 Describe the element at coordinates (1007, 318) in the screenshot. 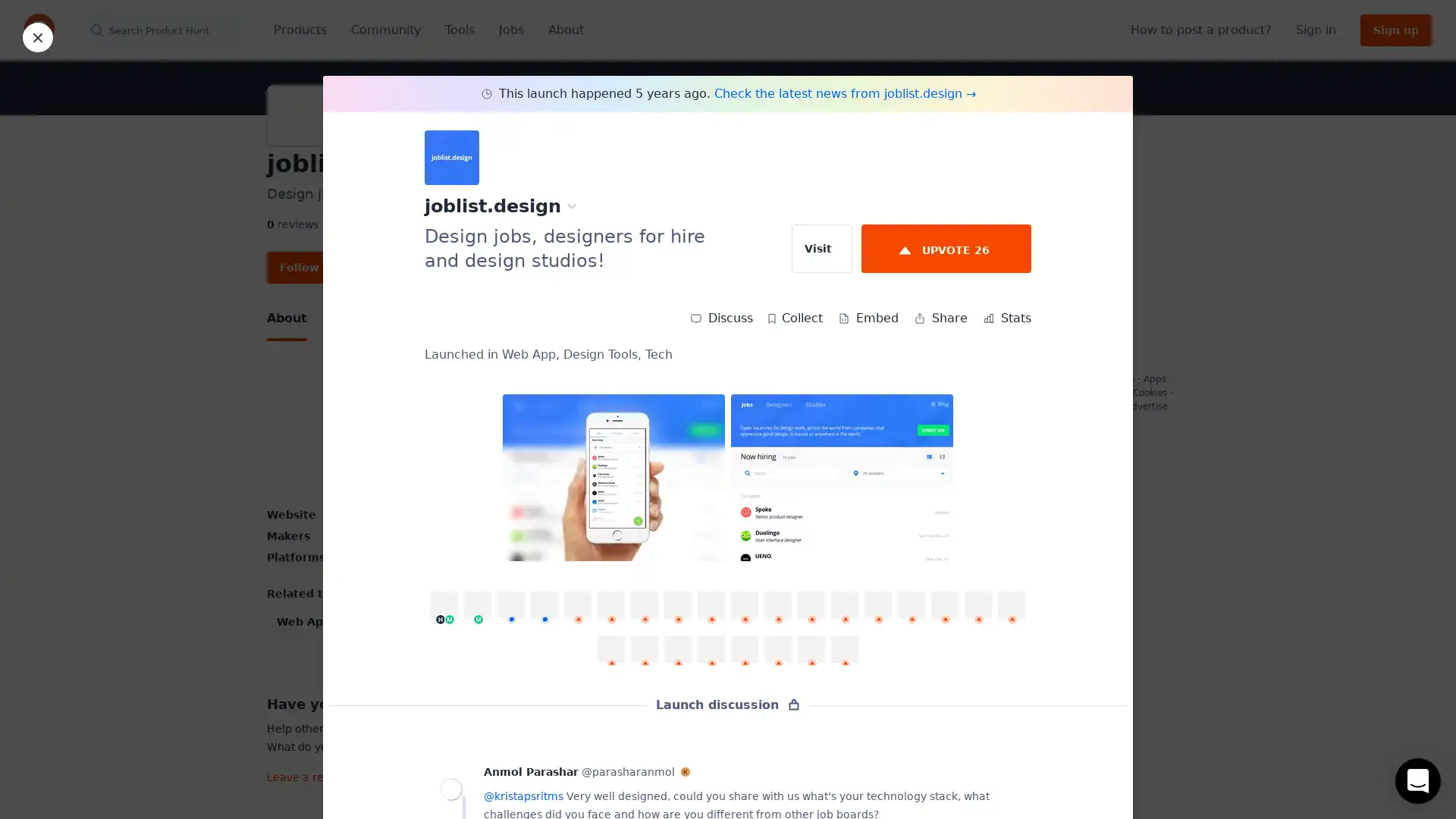

I see `Stats` at that location.